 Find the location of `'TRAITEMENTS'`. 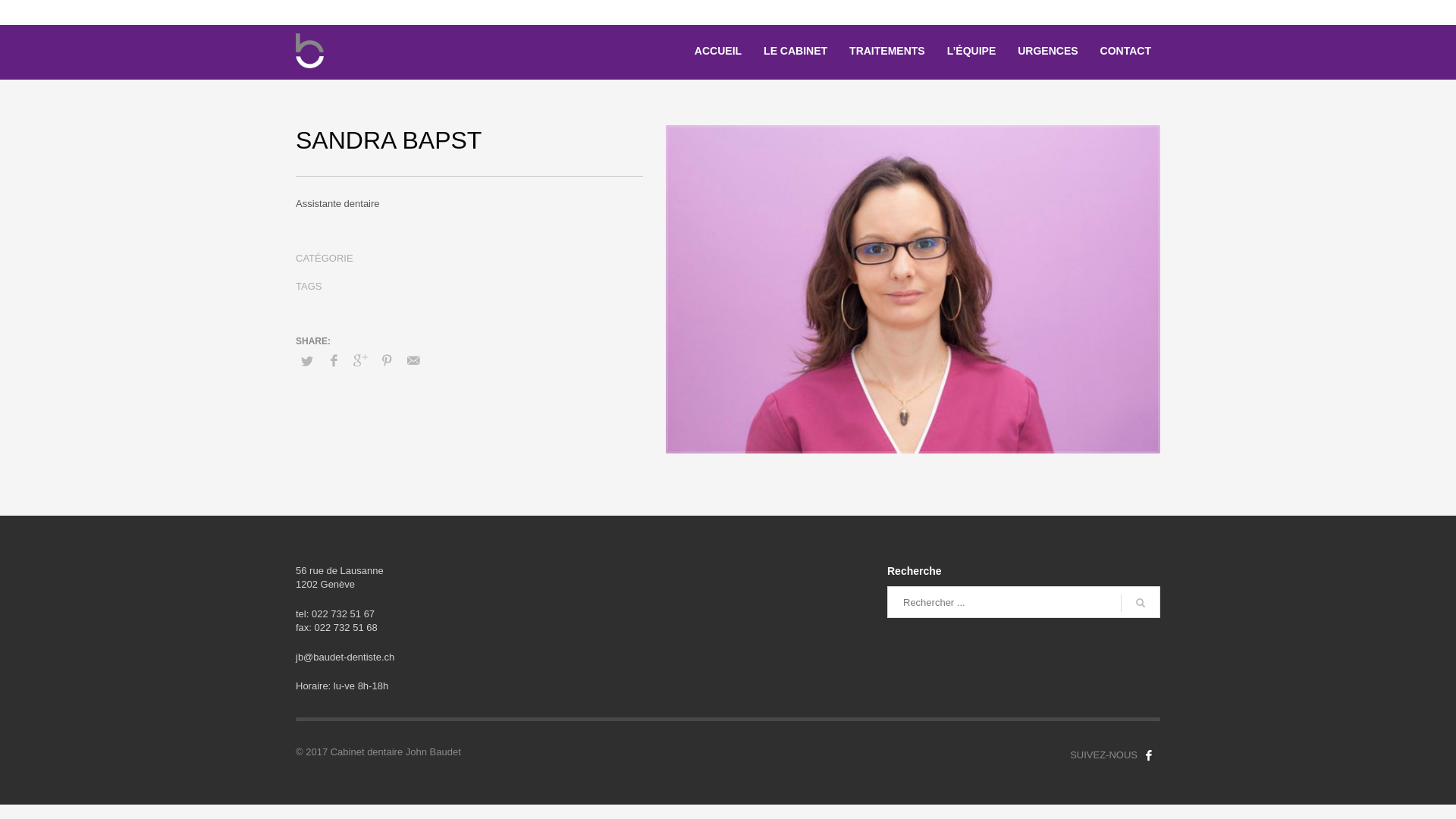

'TRAITEMENTS' is located at coordinates (887, 49).